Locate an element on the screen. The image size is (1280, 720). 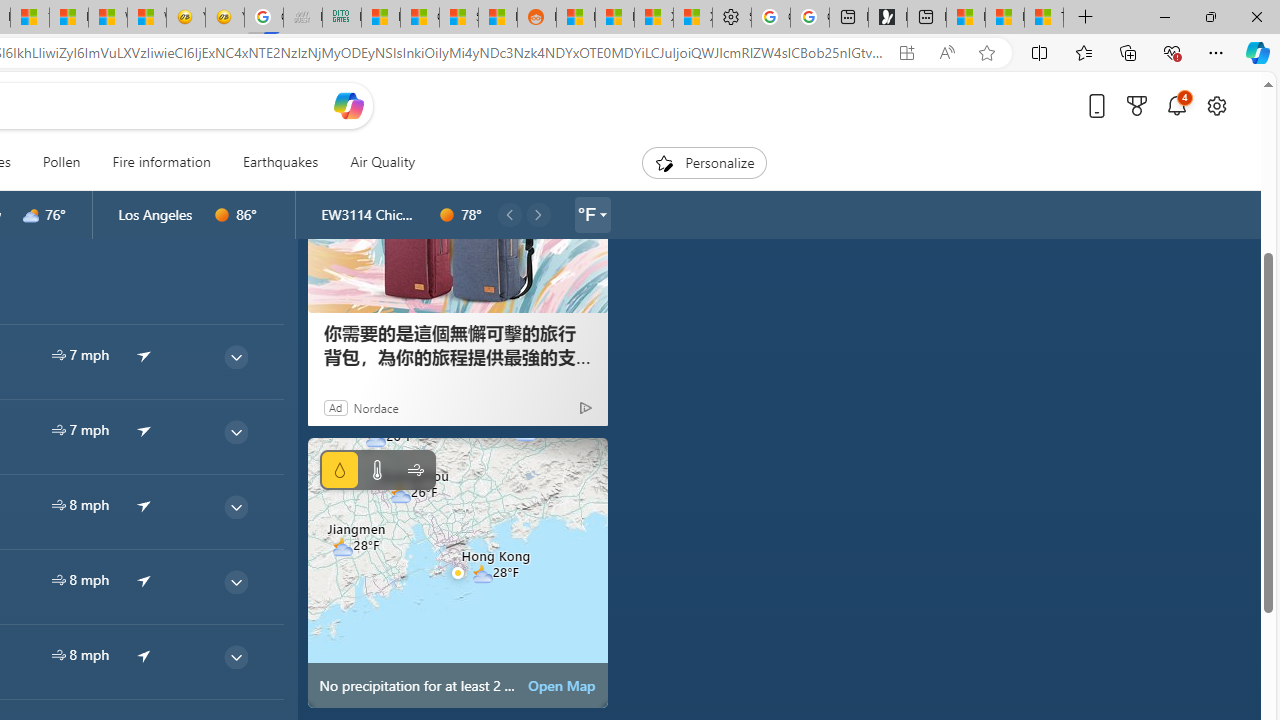
'common/thinArrow' is located at coordinates (235, 657).